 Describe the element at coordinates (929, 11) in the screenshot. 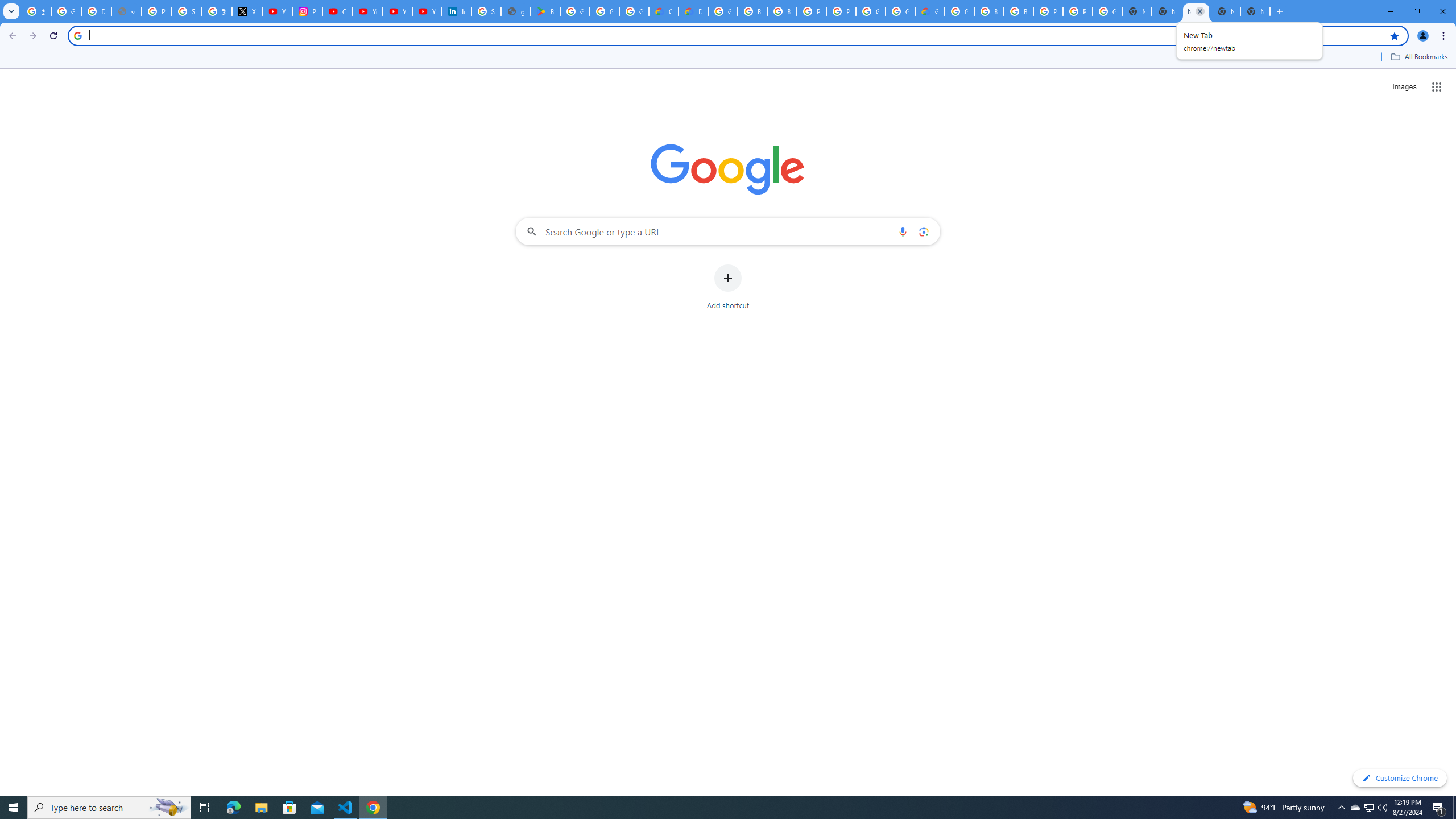

I see `'Google Cloud Estimate Summary'` at that location.